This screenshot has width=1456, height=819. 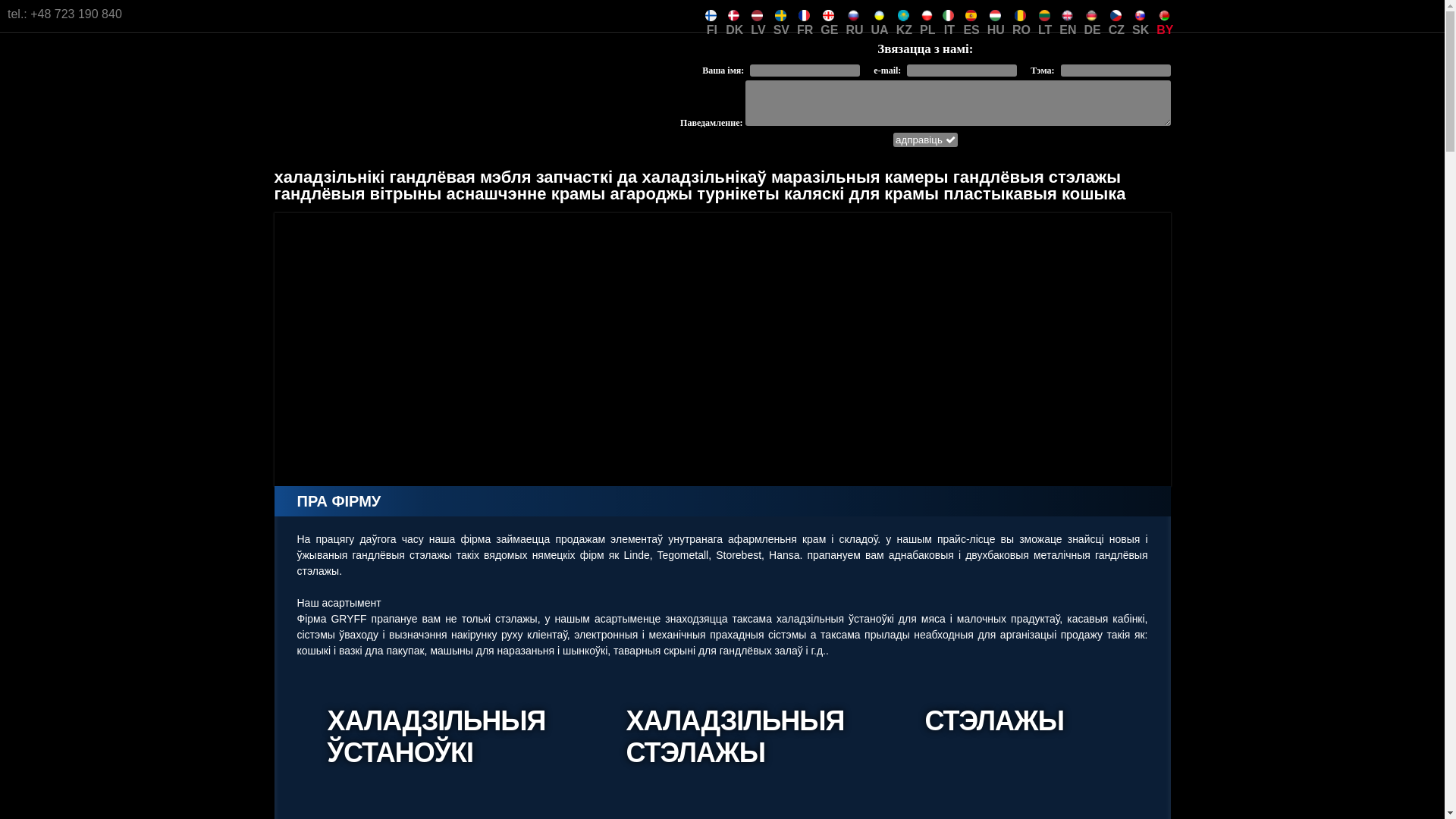 What do you see at coordinates (1043, 14) in the screenshot?
I see `'LT'` at bounding box center [1043, 14].